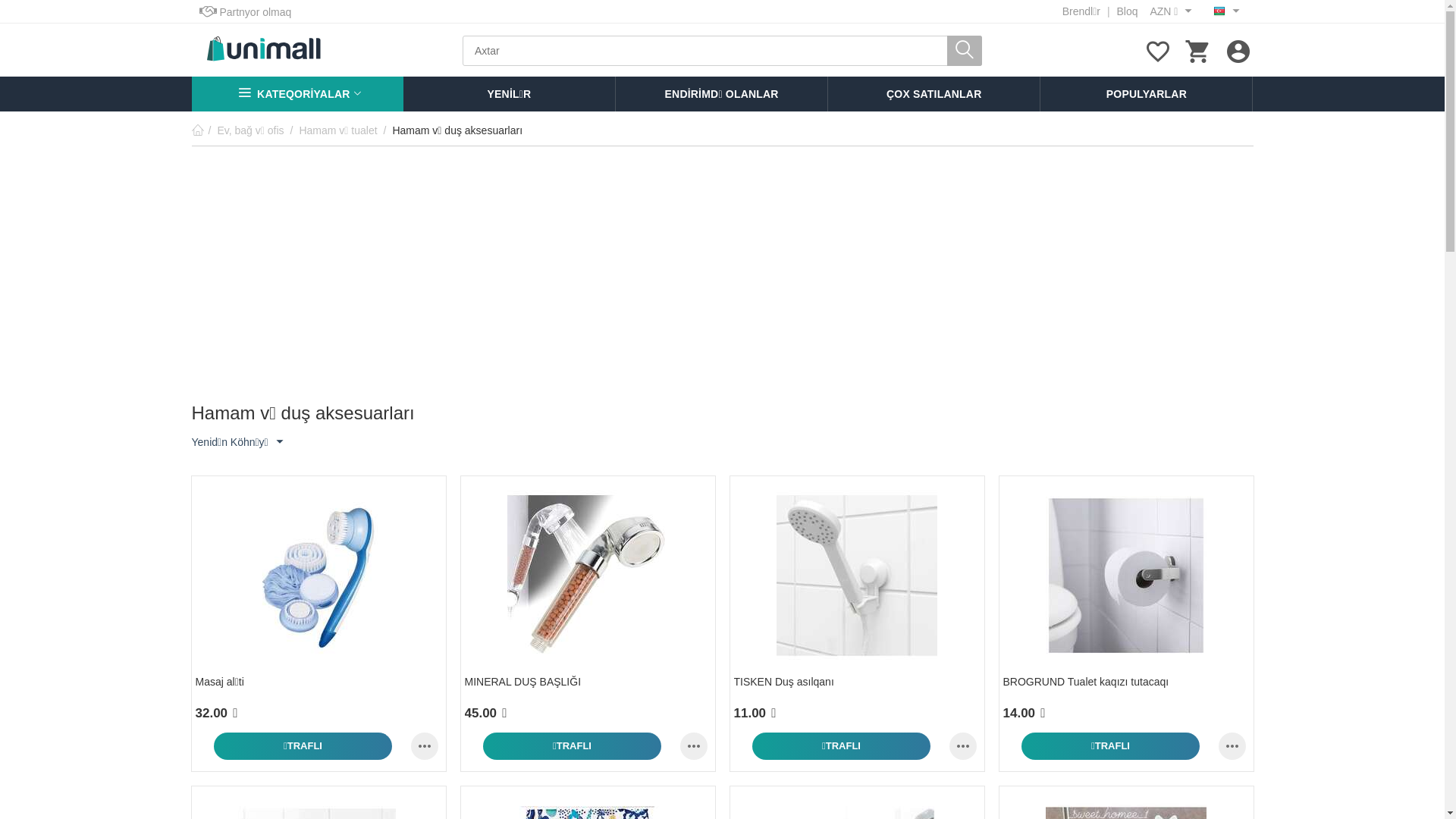 The image size is (1456, 819). Describe the element at coordinates (1146, 93) in the screenshot. I see `'POPULYARLAR'` at that location.